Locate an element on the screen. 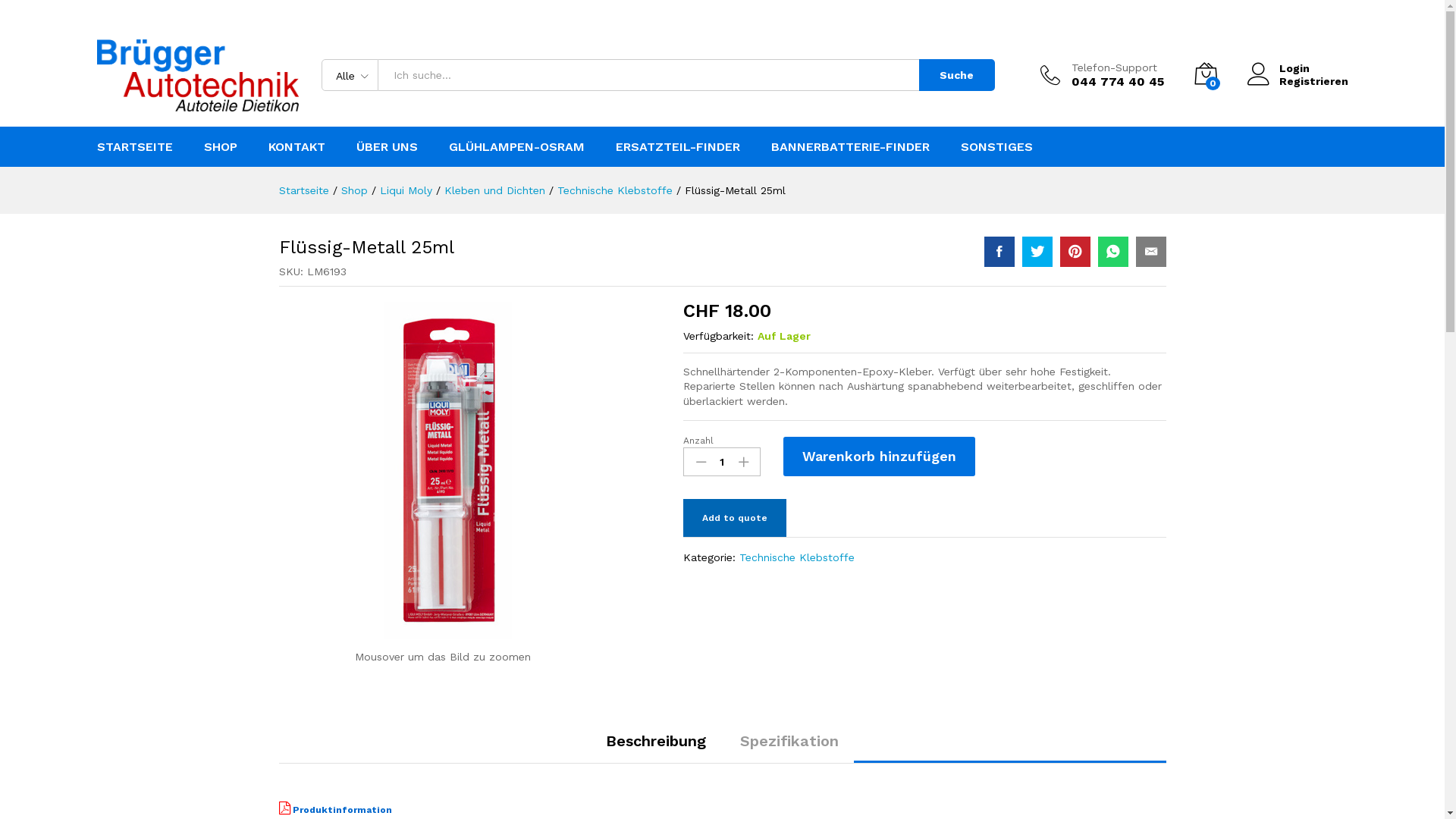 The height and width of the screenshot is (819, 1456). 'Kleben und Dichten' is located at coordinates (494, 189).